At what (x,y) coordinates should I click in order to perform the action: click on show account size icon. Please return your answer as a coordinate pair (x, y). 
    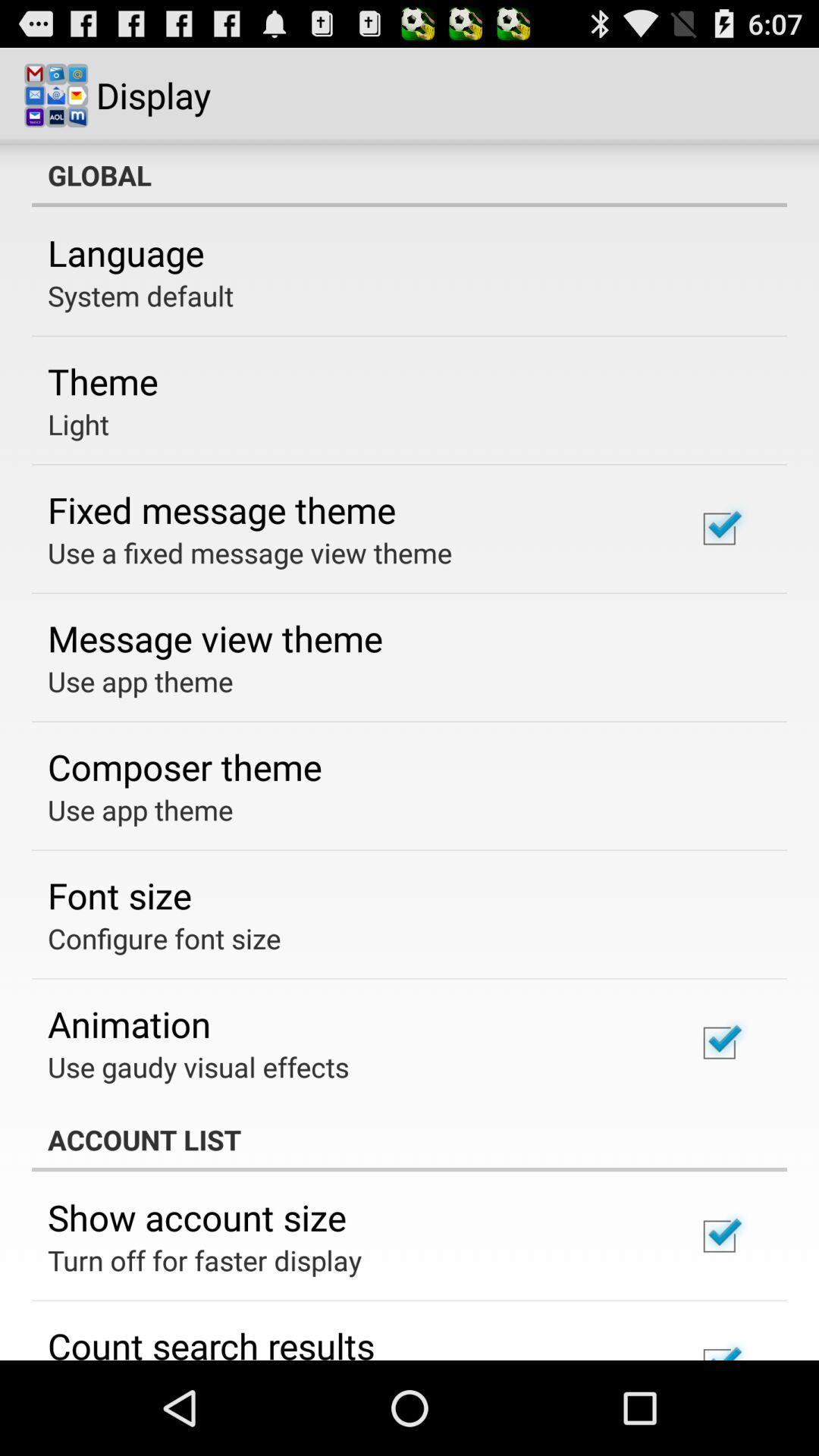
    Looking at the image, I should click on (196, 1217).